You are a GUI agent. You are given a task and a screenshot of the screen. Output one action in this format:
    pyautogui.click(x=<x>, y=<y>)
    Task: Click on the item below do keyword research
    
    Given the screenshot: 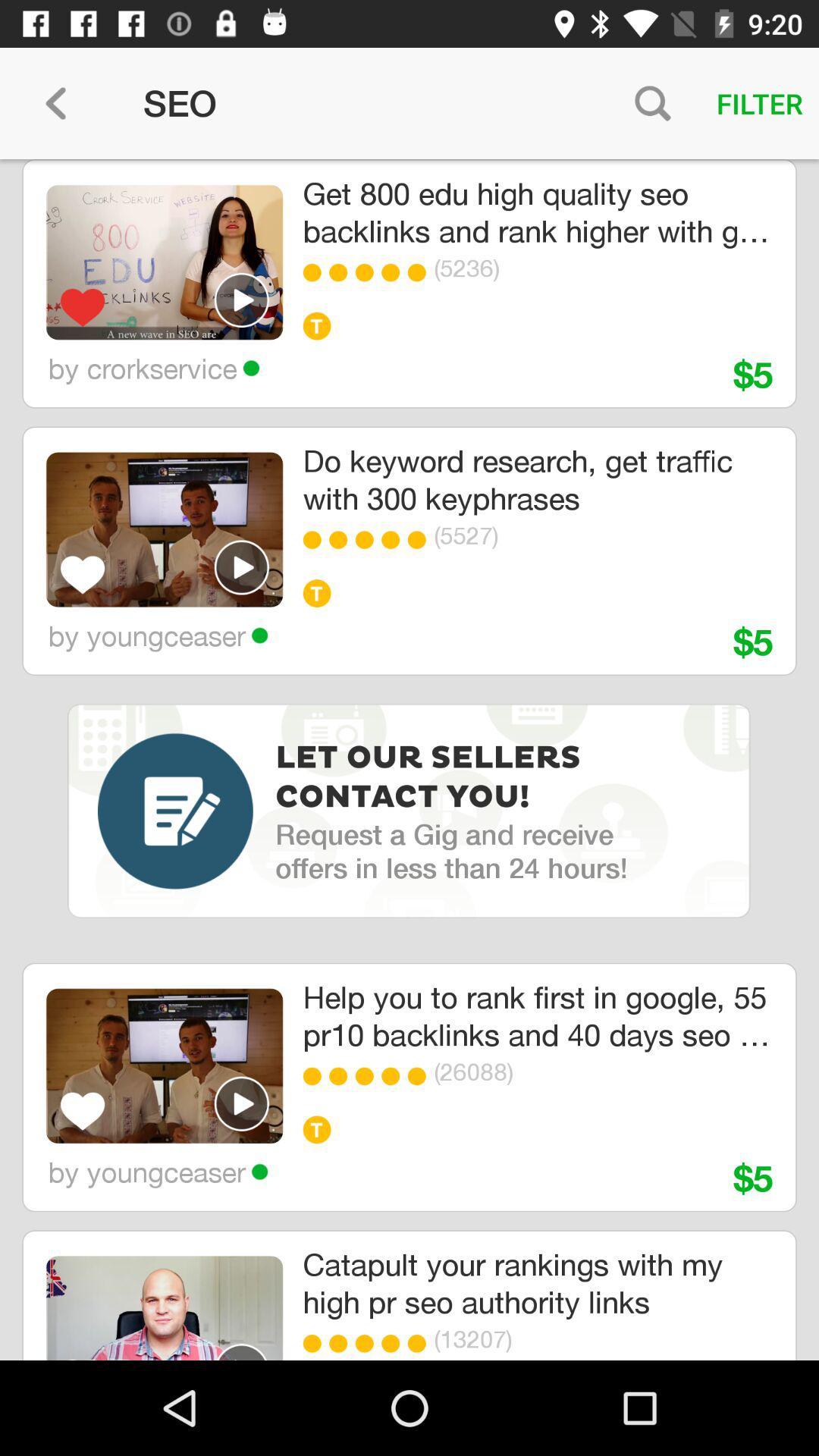 What is the action you would take?
    pyautogui.click(x=369, y=540)
    